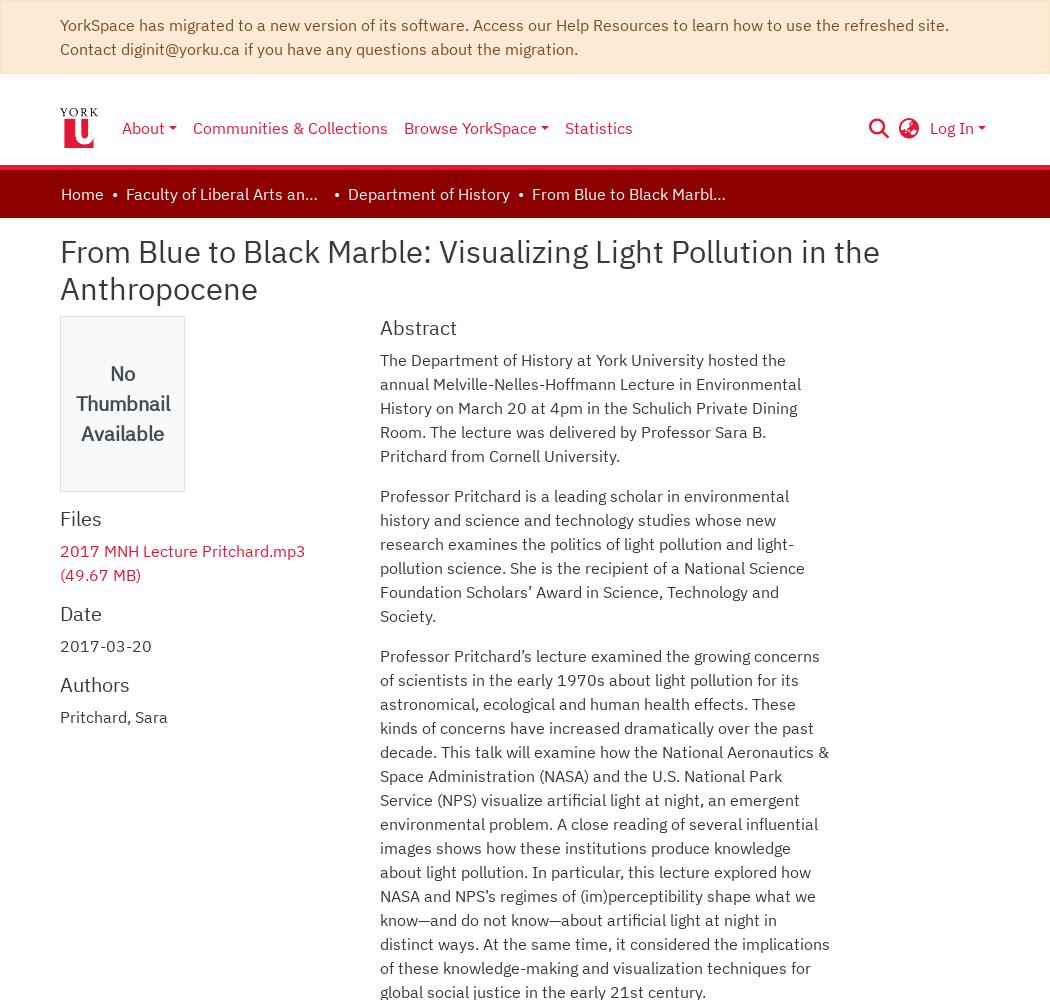  I want to click on 'Date', so click(80, 612).